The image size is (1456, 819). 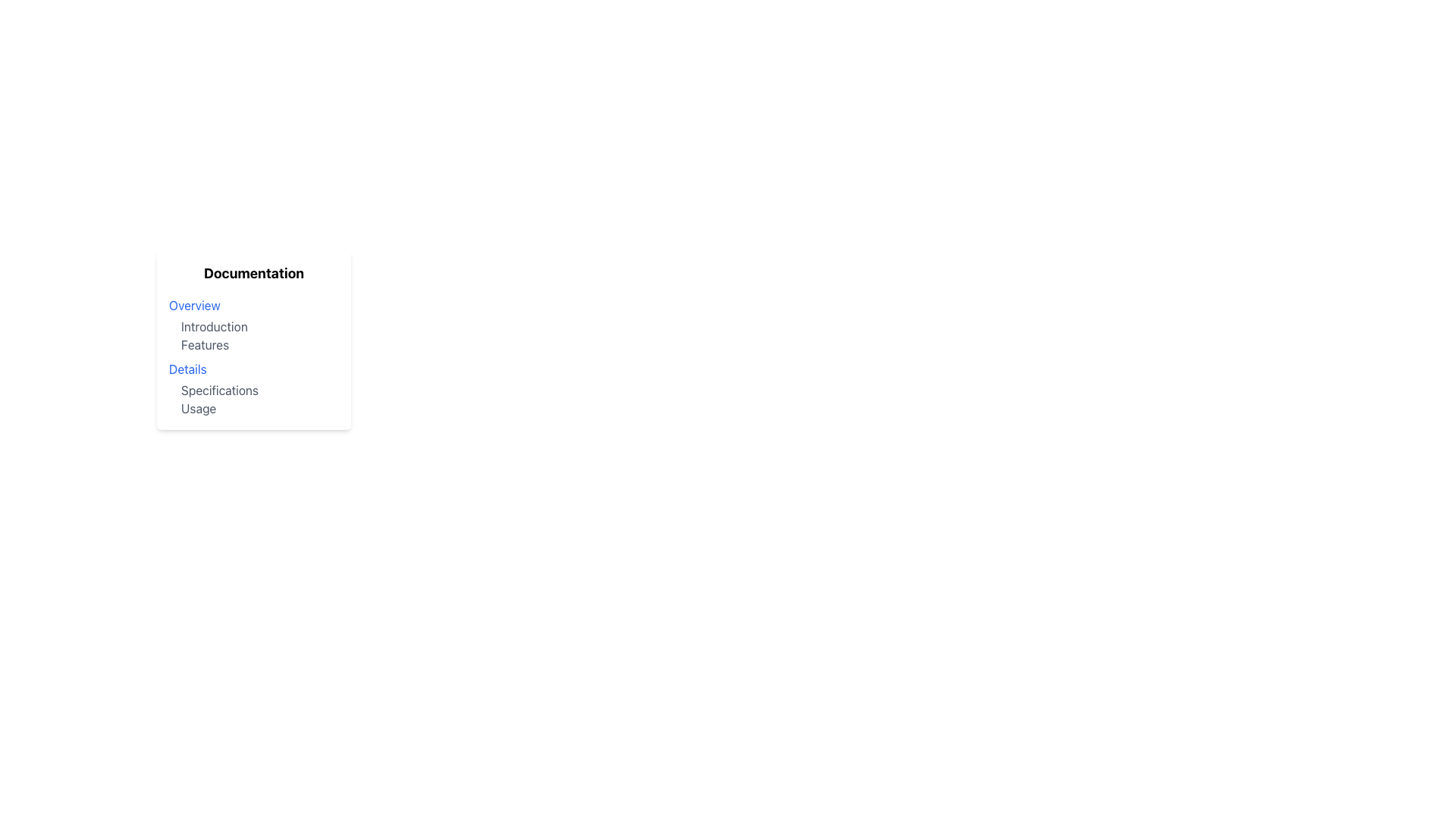 What do you see at coordinates (204, 345) in the screenshot?
I see `the hyperlink leading to the '#features' section of the document` at bounding box center [204, 345].